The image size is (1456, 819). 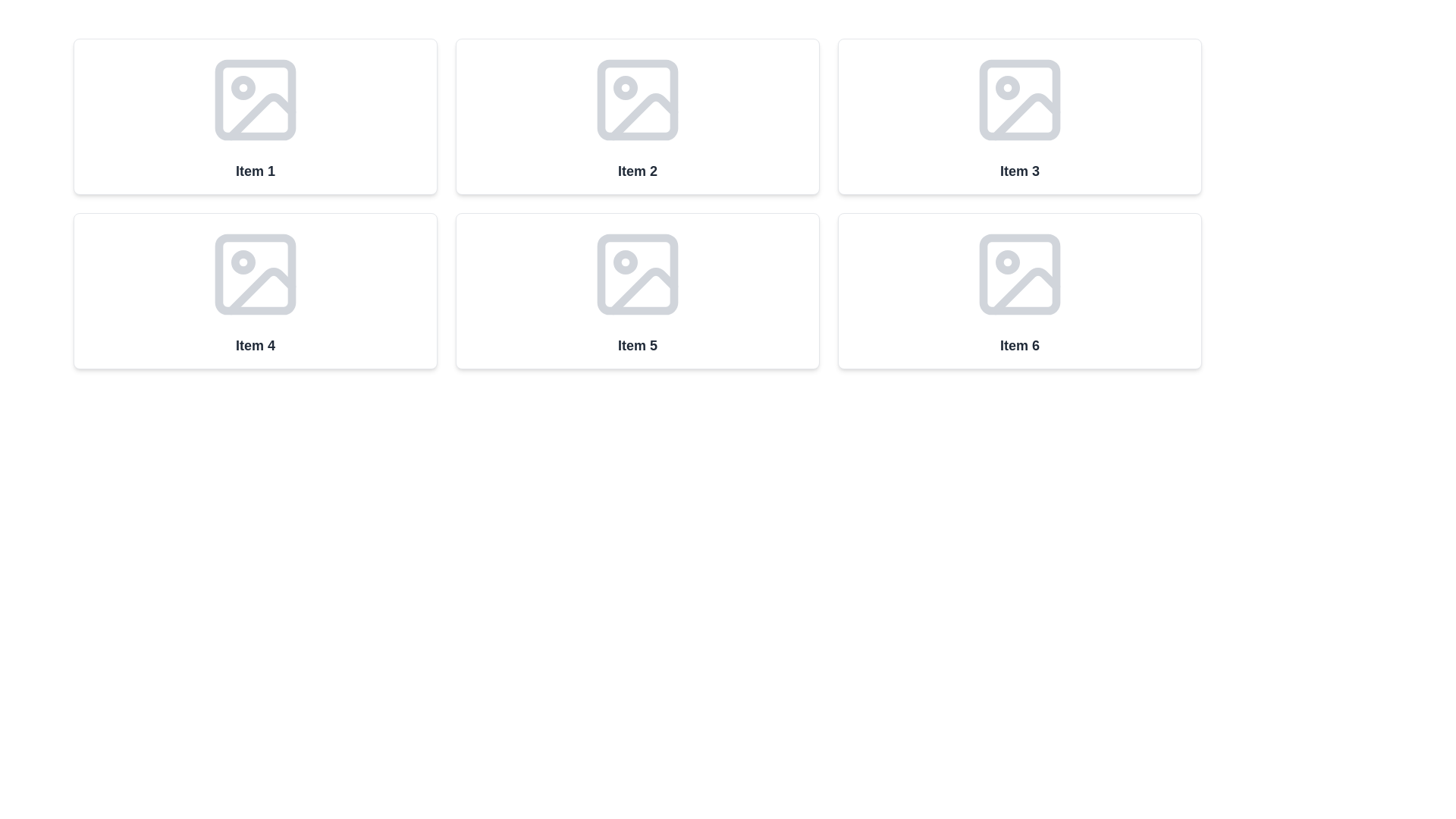 I want to click on the decorative rectangular shape within the image placeholder icon, which visually represents part of an image and indicates incomplete content, so click(x=1019, y=99).